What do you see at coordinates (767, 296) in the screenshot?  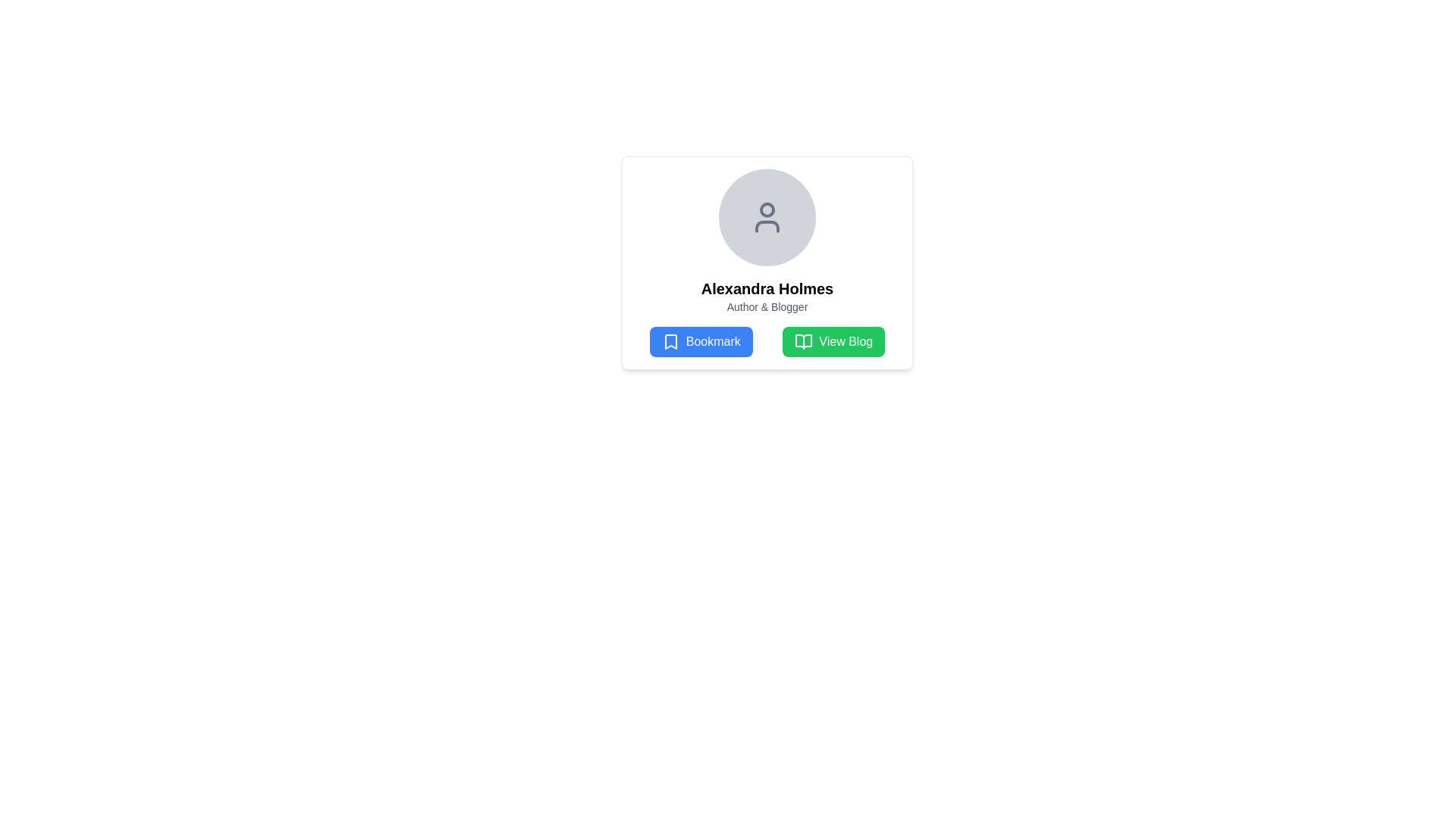 I see `the text label displaying 'Alexandra Holmes' and 'Author & Blogger', which is centered beneath the profile picture and above the action buttons` at bounding box center [767, 296].